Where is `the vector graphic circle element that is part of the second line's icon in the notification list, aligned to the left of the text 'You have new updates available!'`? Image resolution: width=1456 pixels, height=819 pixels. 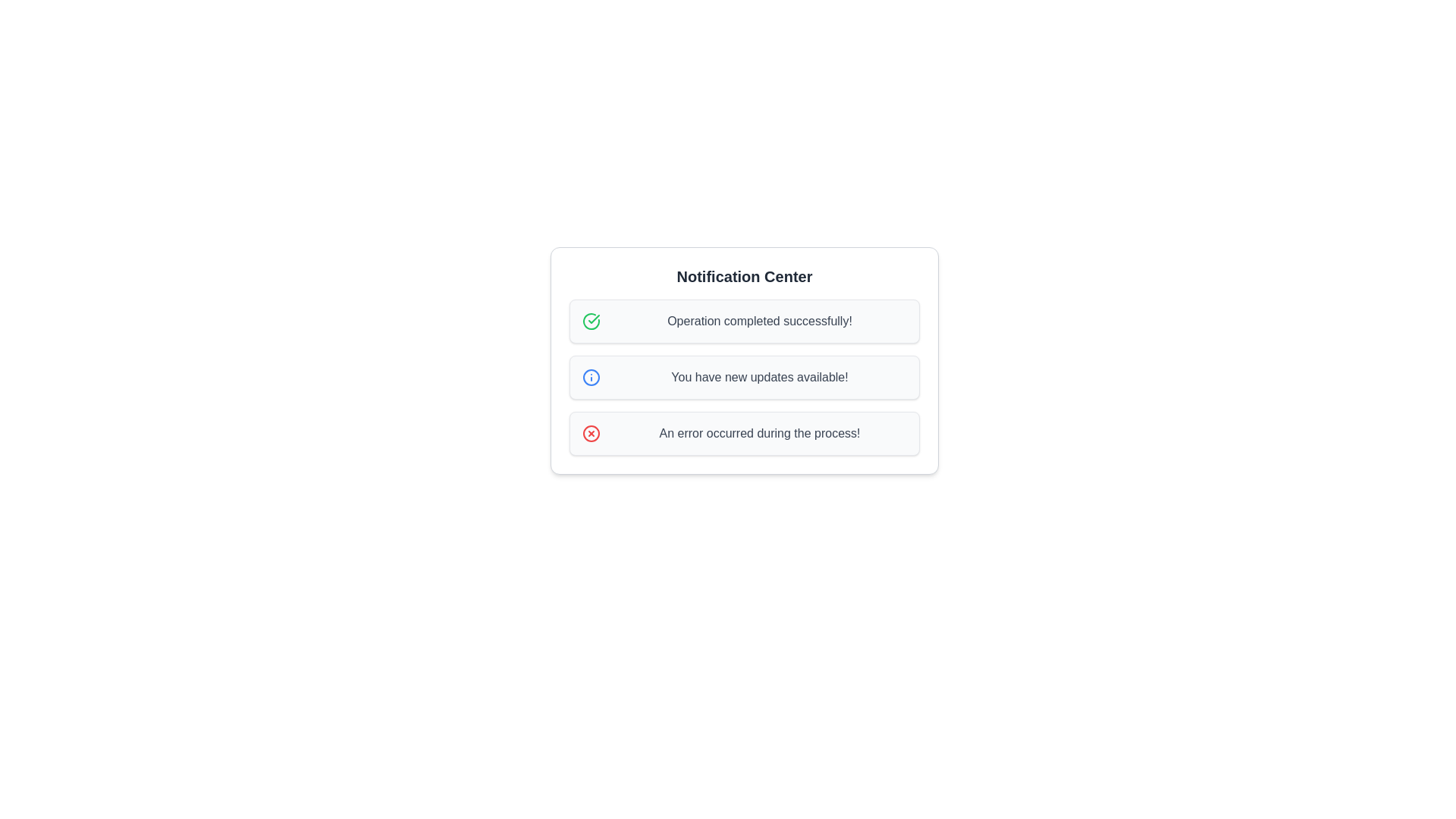 the vector graphic circle element that is part of the second line's icon in the notification list, aligned to the left of the text 'You have new updates available!' is located at coordinates (590, 376).